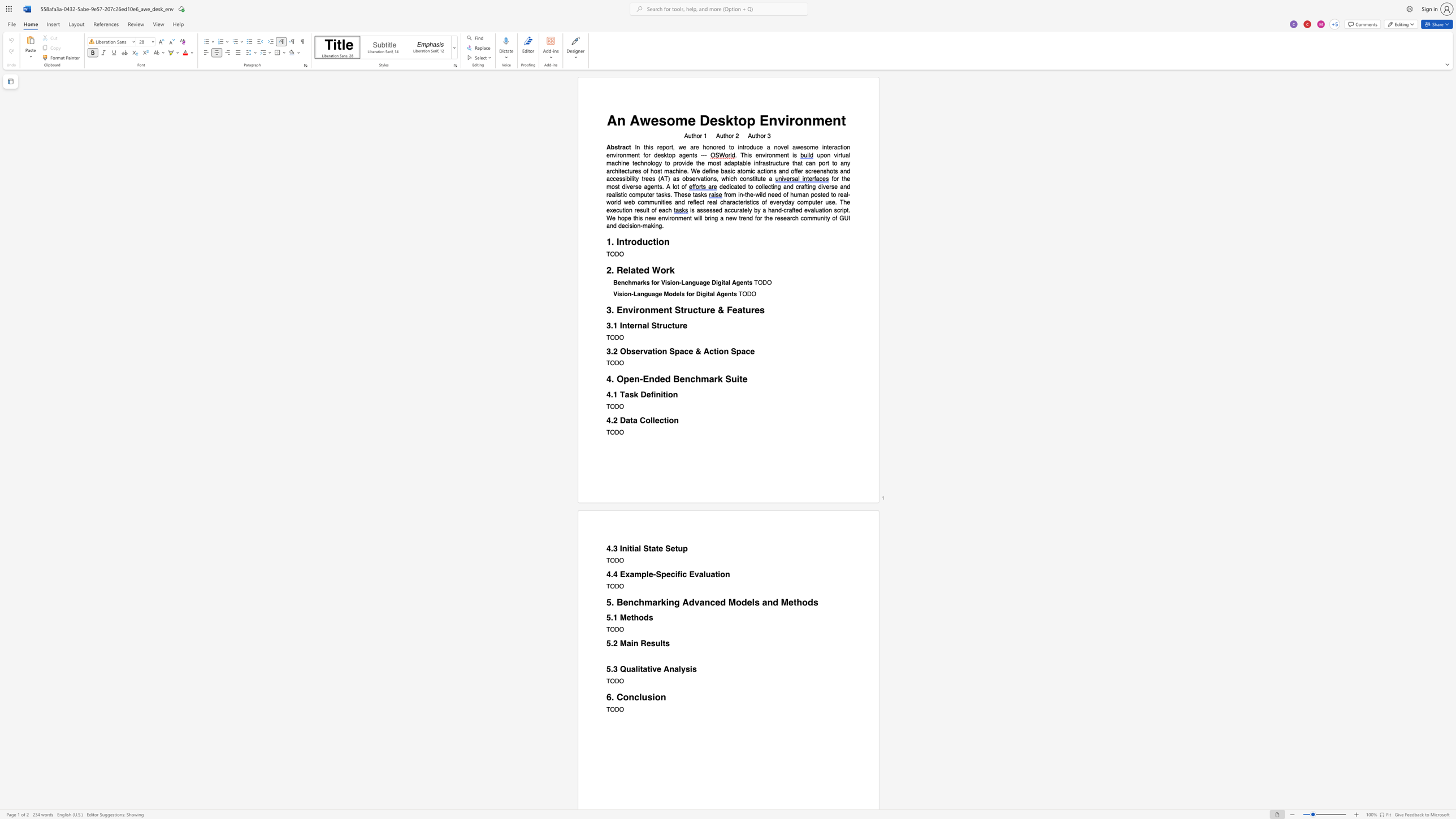  Describe the element at coordinates (613, 617) in the screenshot. I see `the subset text "1 Methods" within the text "5.1 Methods"` at that location.